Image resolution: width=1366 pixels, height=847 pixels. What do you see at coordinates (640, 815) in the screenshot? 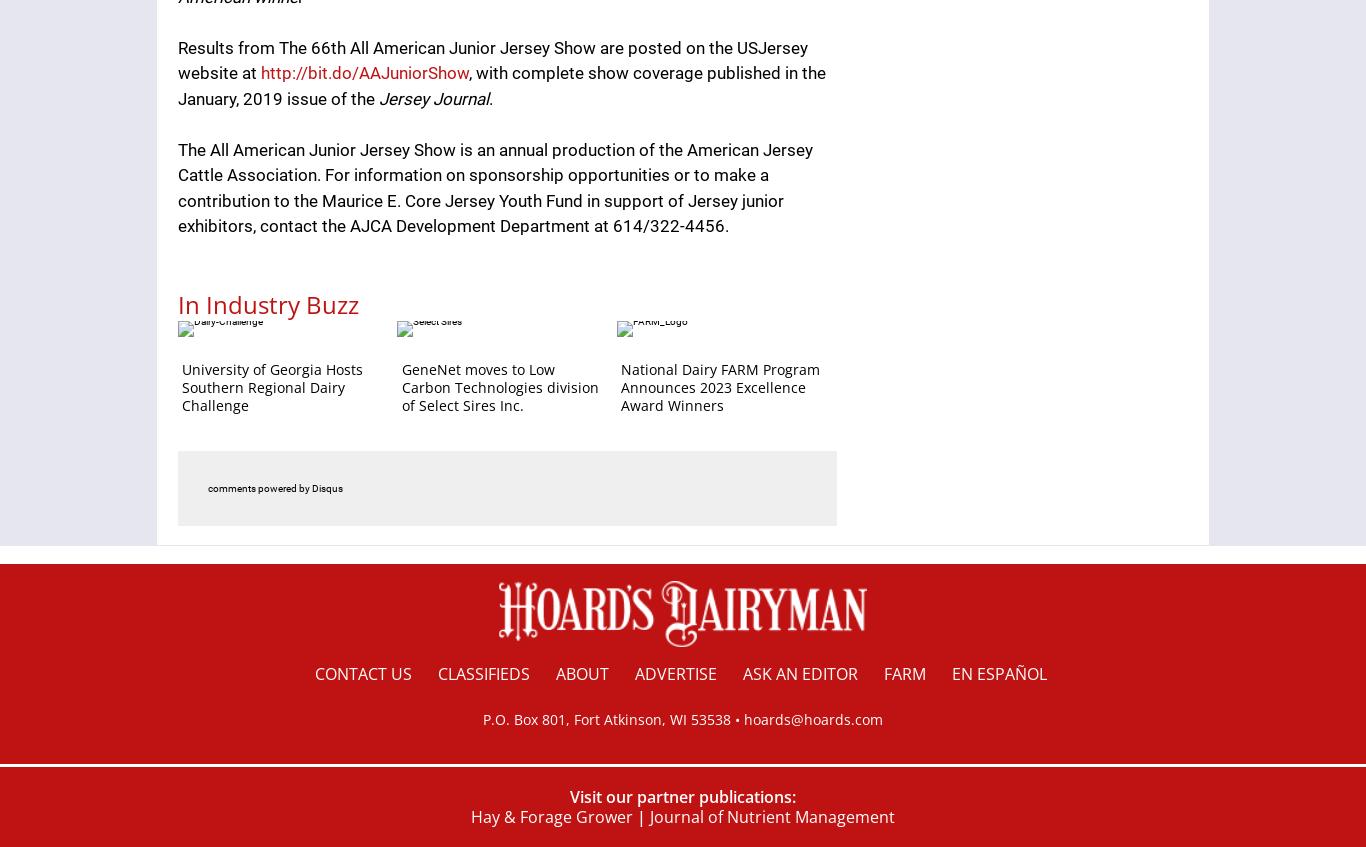
I see `'|'` at bounding box center [640, 815].